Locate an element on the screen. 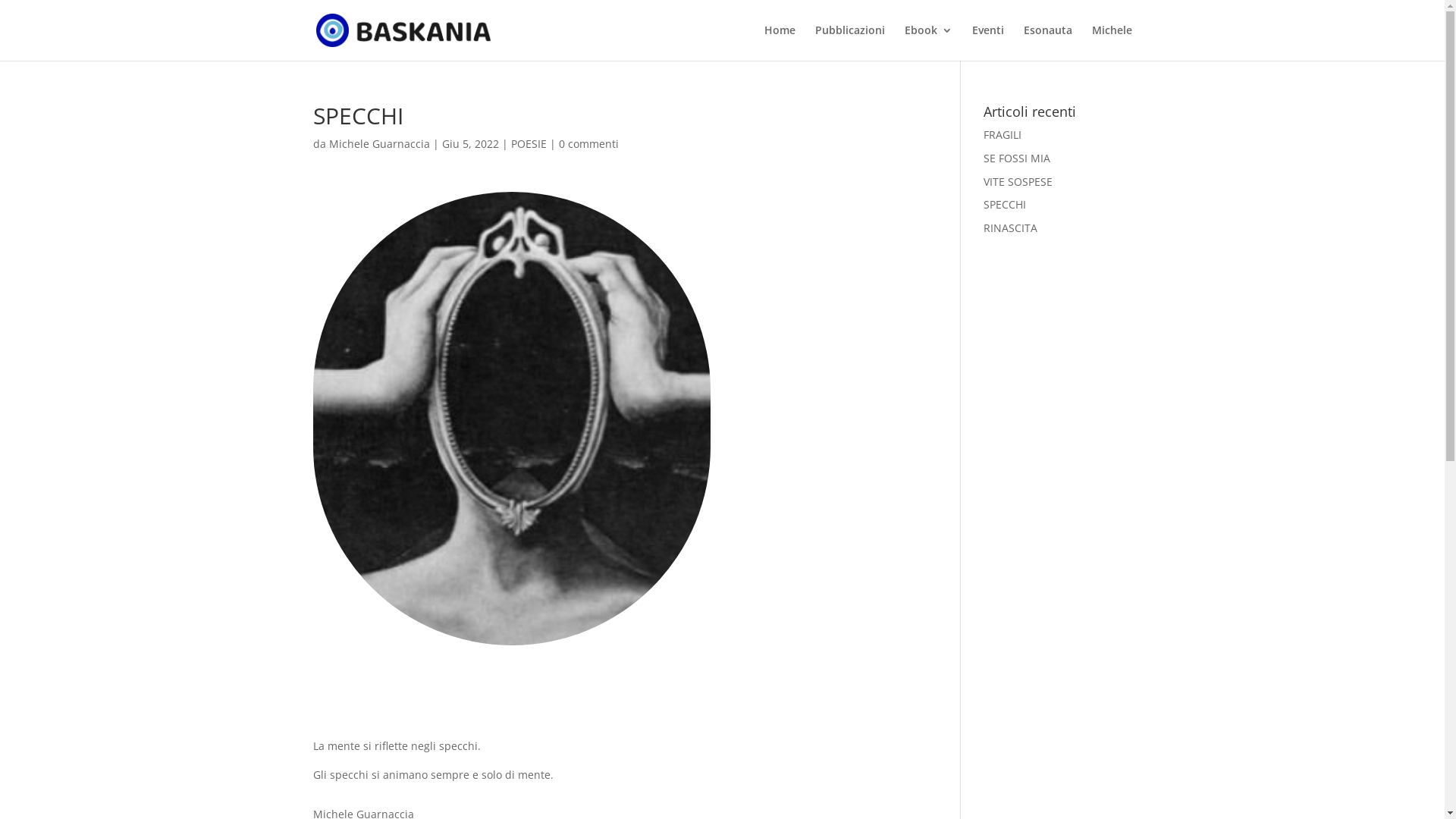 This screenshot has width=1456, height=819. 'RINASCITA' is located at coordinates (1010, 227).